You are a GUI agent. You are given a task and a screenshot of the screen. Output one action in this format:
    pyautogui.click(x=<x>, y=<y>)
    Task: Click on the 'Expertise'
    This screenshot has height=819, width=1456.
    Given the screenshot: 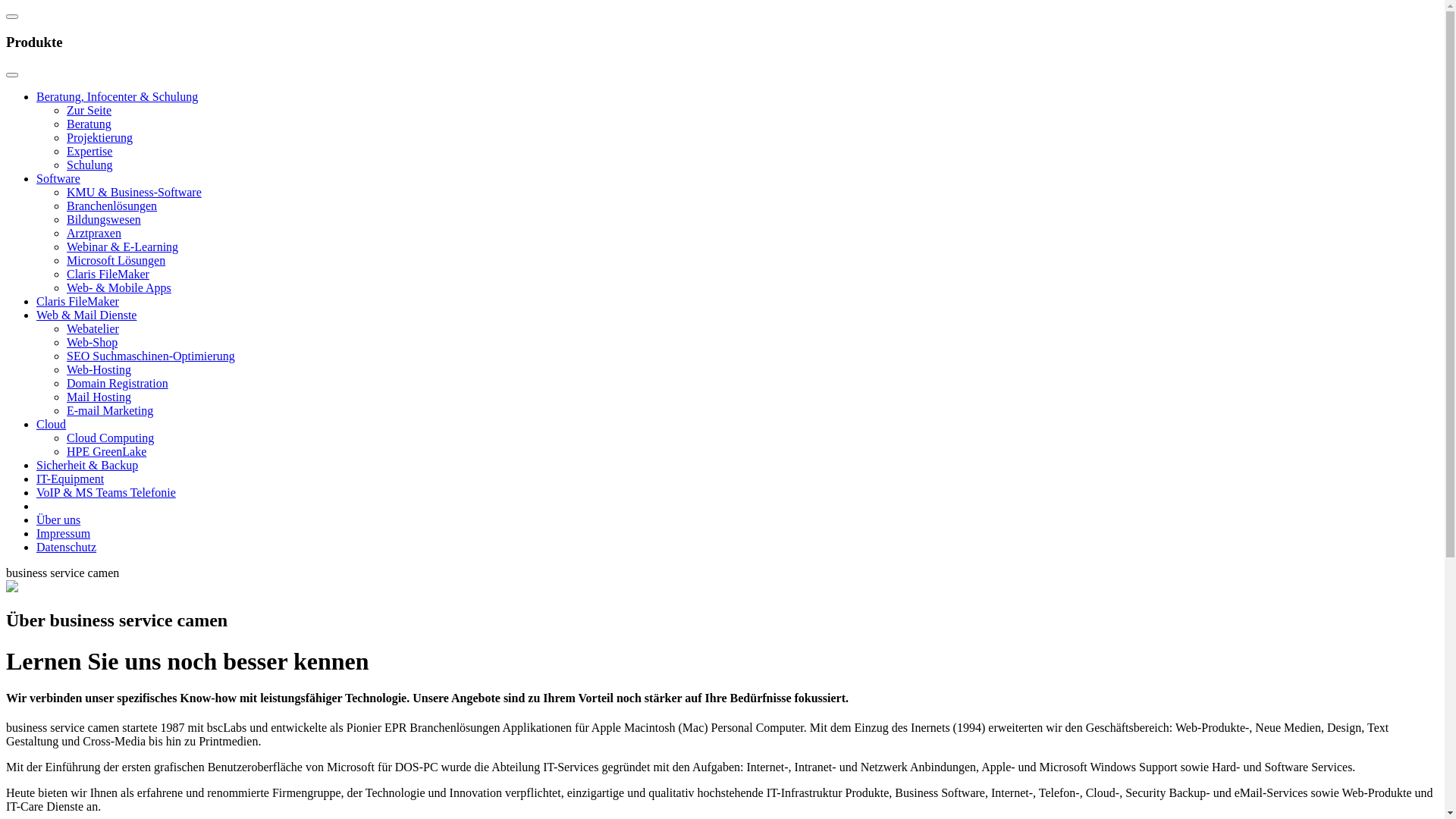 What is the action you would take?
    pyautogui.click(x=89, y=151)
    